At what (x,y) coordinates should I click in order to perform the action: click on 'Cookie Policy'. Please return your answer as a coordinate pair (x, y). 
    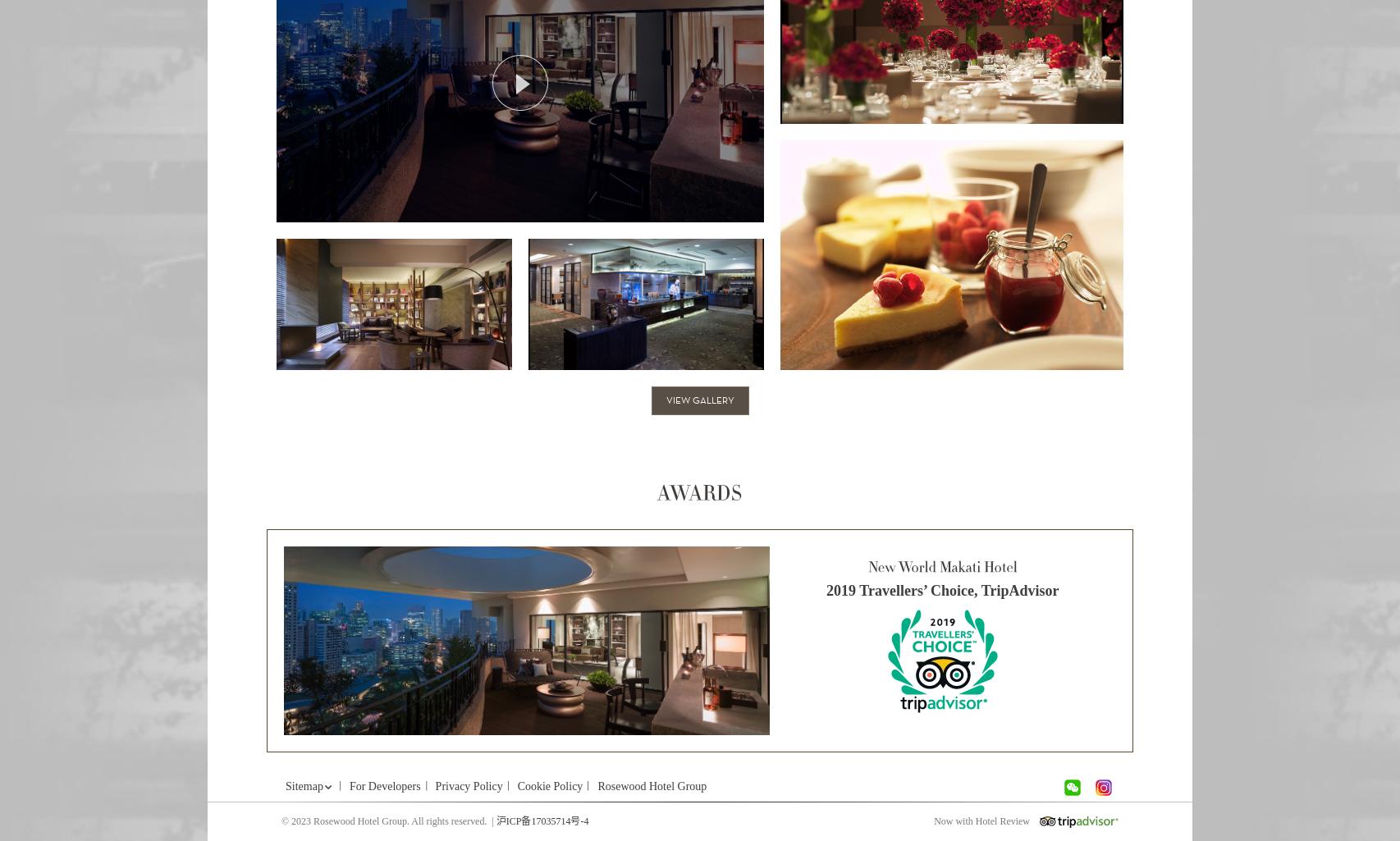
    Looking at the image, I should click on (548, 786).